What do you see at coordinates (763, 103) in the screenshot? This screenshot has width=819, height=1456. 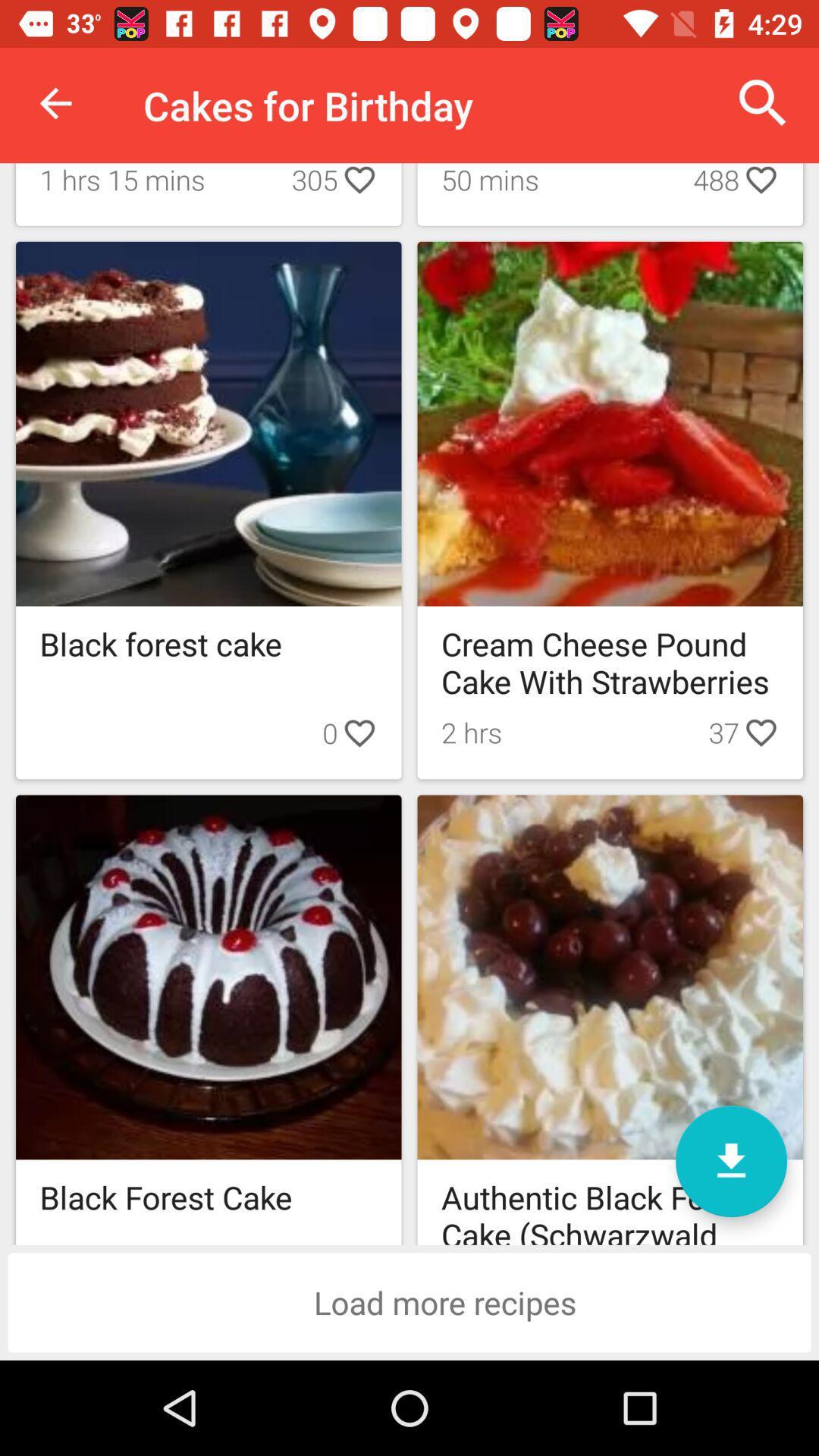 I see `the search icon which is at the top right corner of the page` at bounding box center [763, 103].